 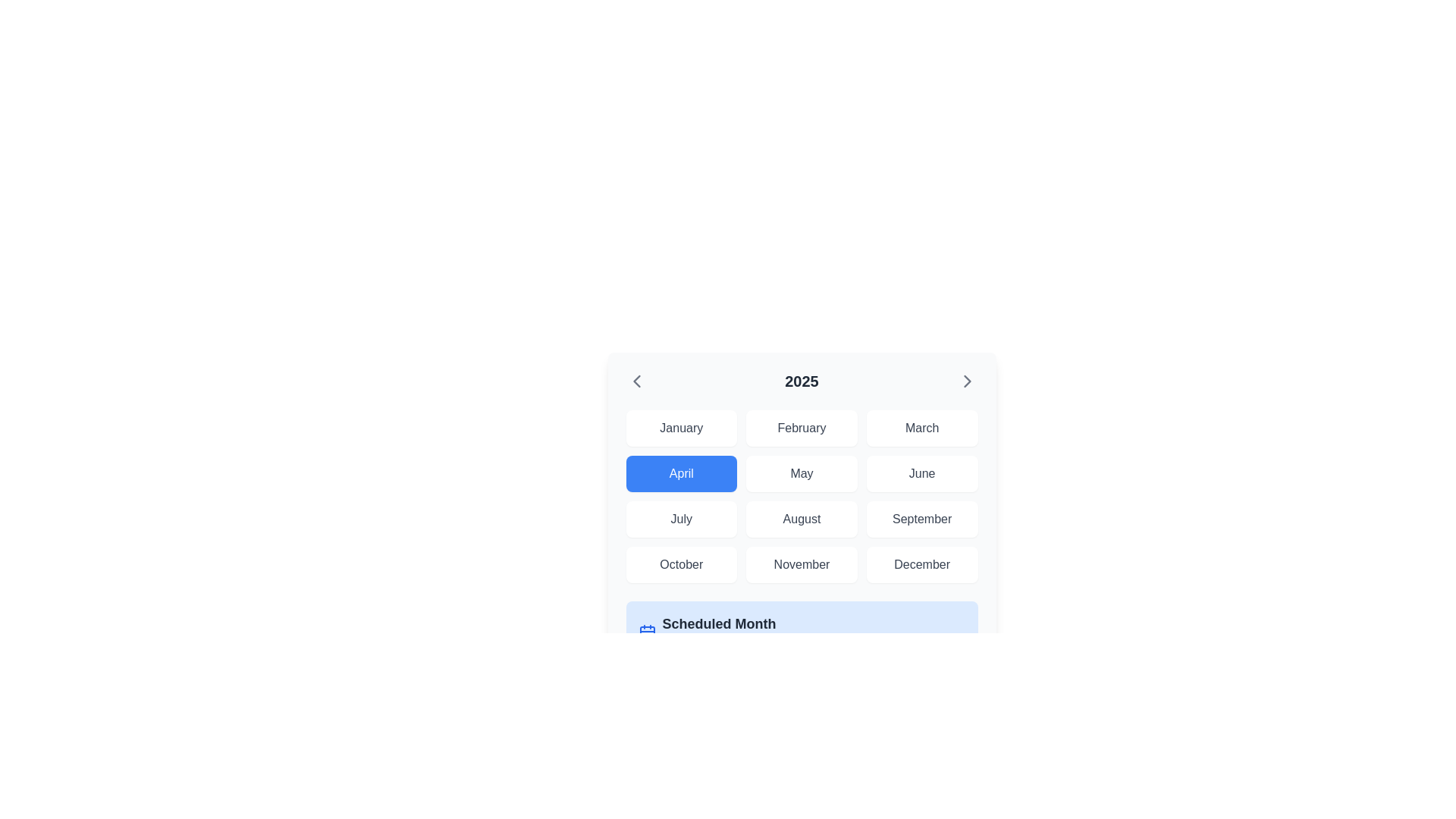 What do you see at coordinates (679, 472) in the screenshot?
I see `the button labeled 'April' which has a blue background and white text` at bounding box center [679, 472].